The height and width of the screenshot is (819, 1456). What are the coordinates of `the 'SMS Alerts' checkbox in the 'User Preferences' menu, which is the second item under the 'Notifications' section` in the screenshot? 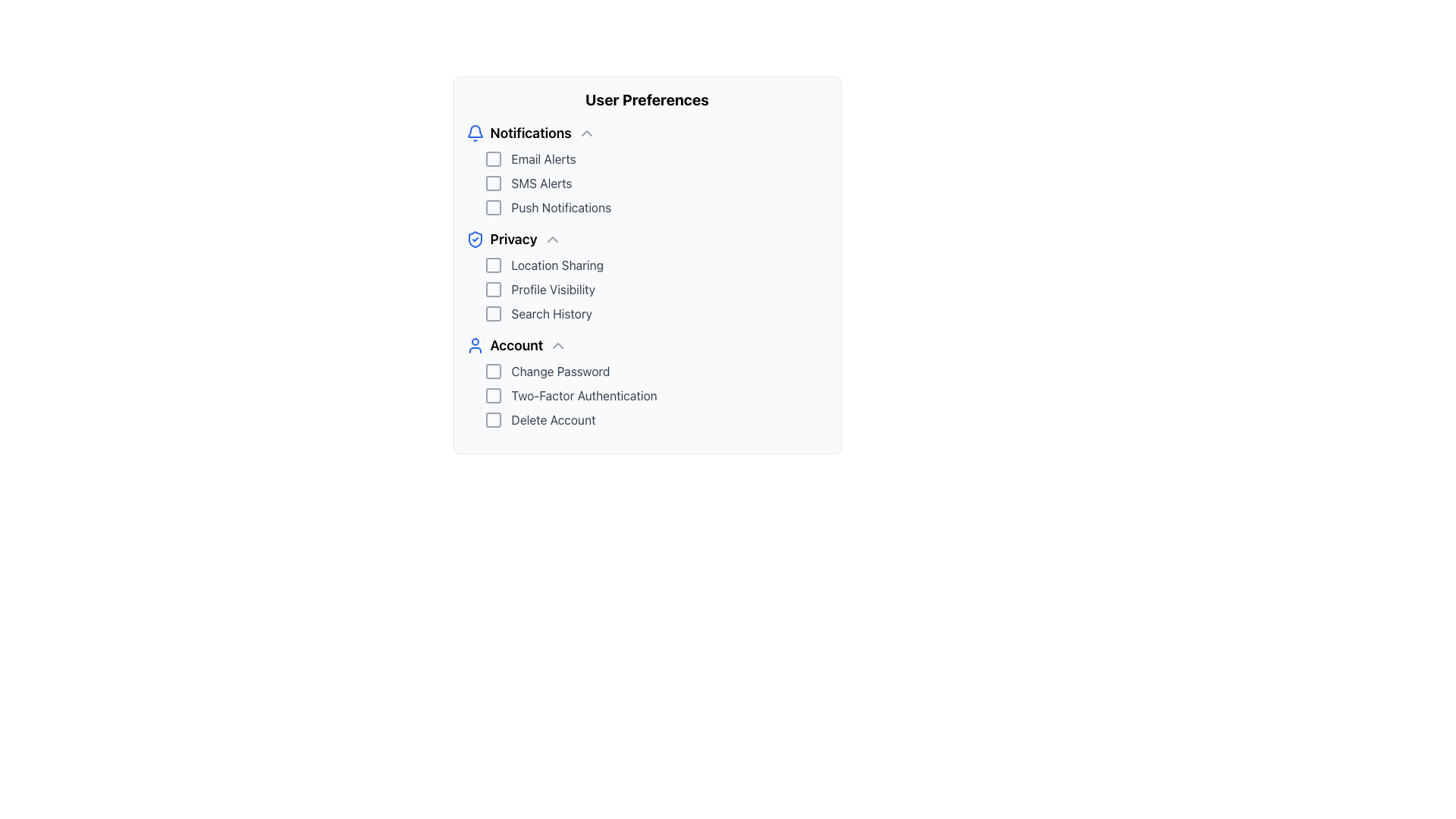 It's located at (656, 183).